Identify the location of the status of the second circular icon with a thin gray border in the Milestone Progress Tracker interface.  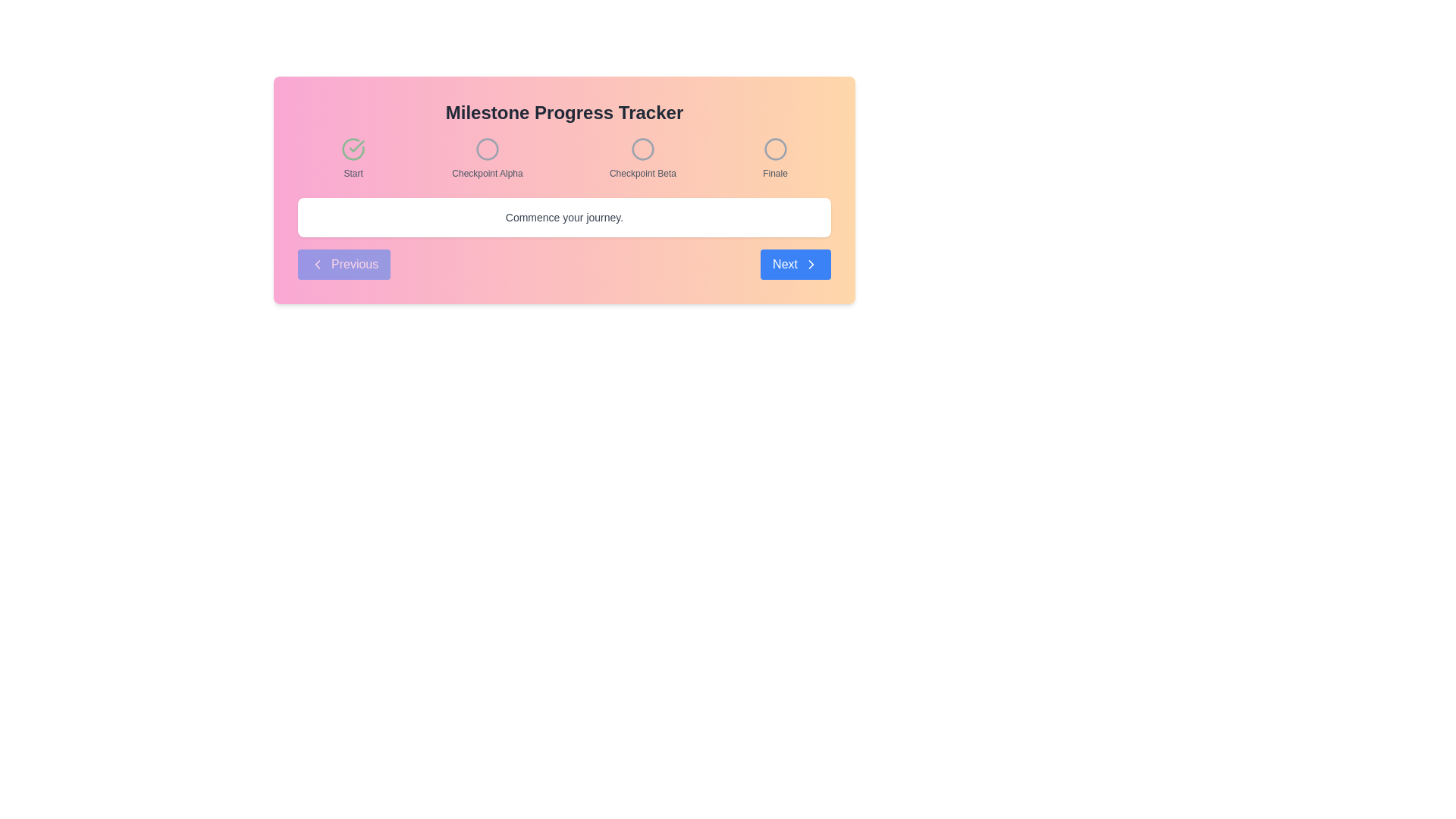
(642, 149).